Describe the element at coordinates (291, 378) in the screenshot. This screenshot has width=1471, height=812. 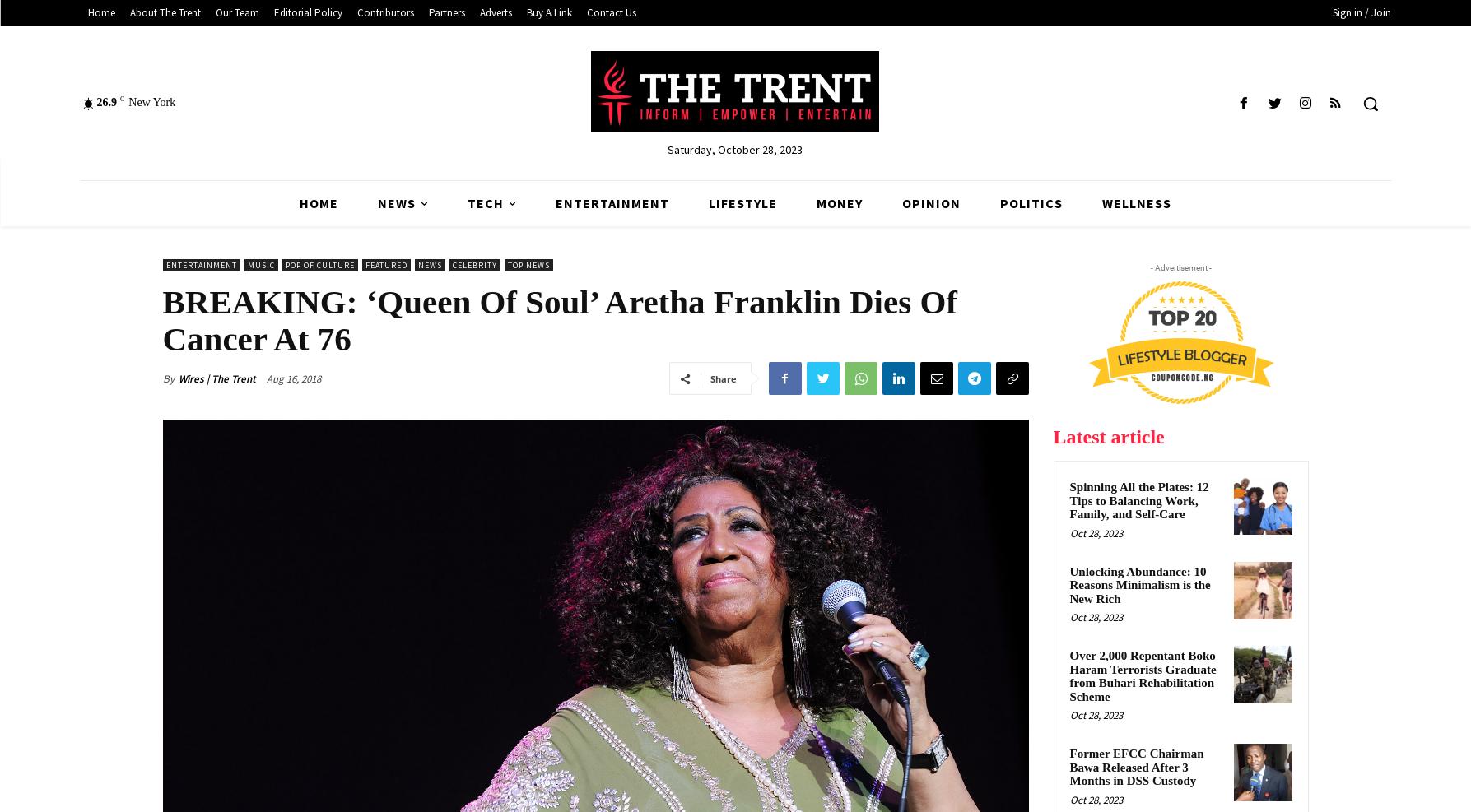
I see `'Aug 16, 2018'` at that location.